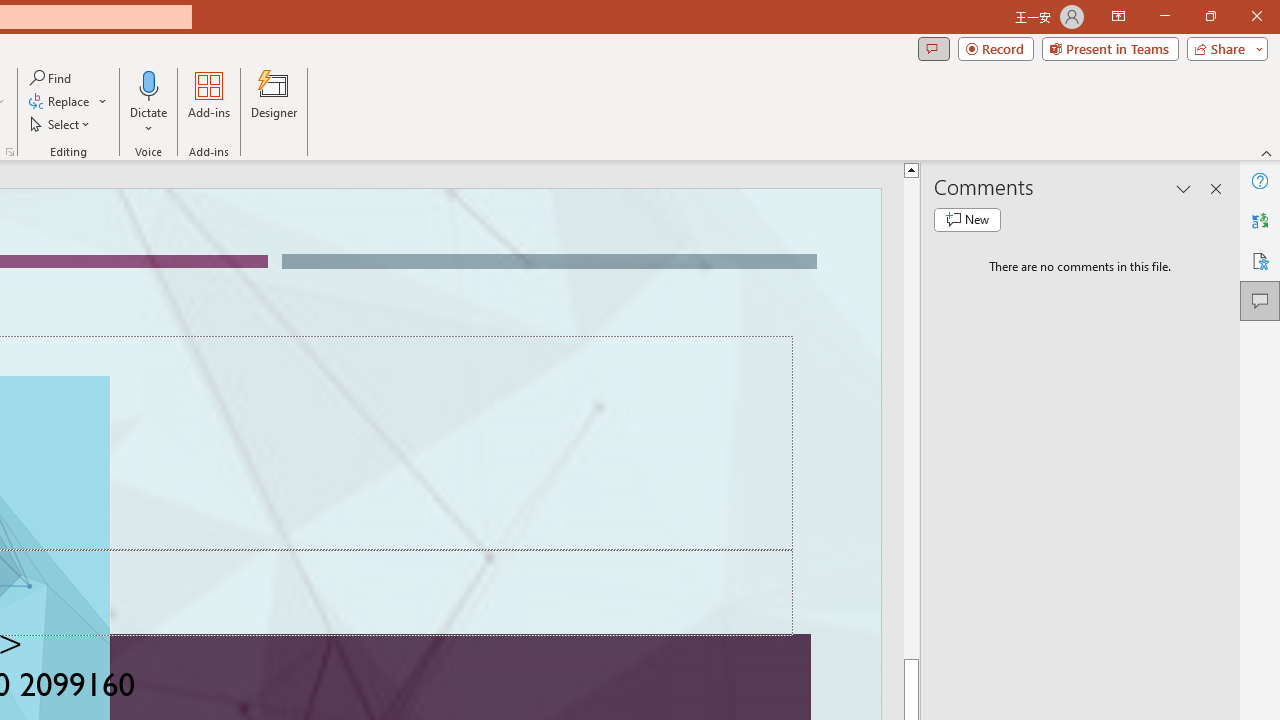 The image size is (1280, 720). What do you see at coordinates (1164, 16) in the screenshot?
I see `'Minimize'` at bounding box center [1164, 16].